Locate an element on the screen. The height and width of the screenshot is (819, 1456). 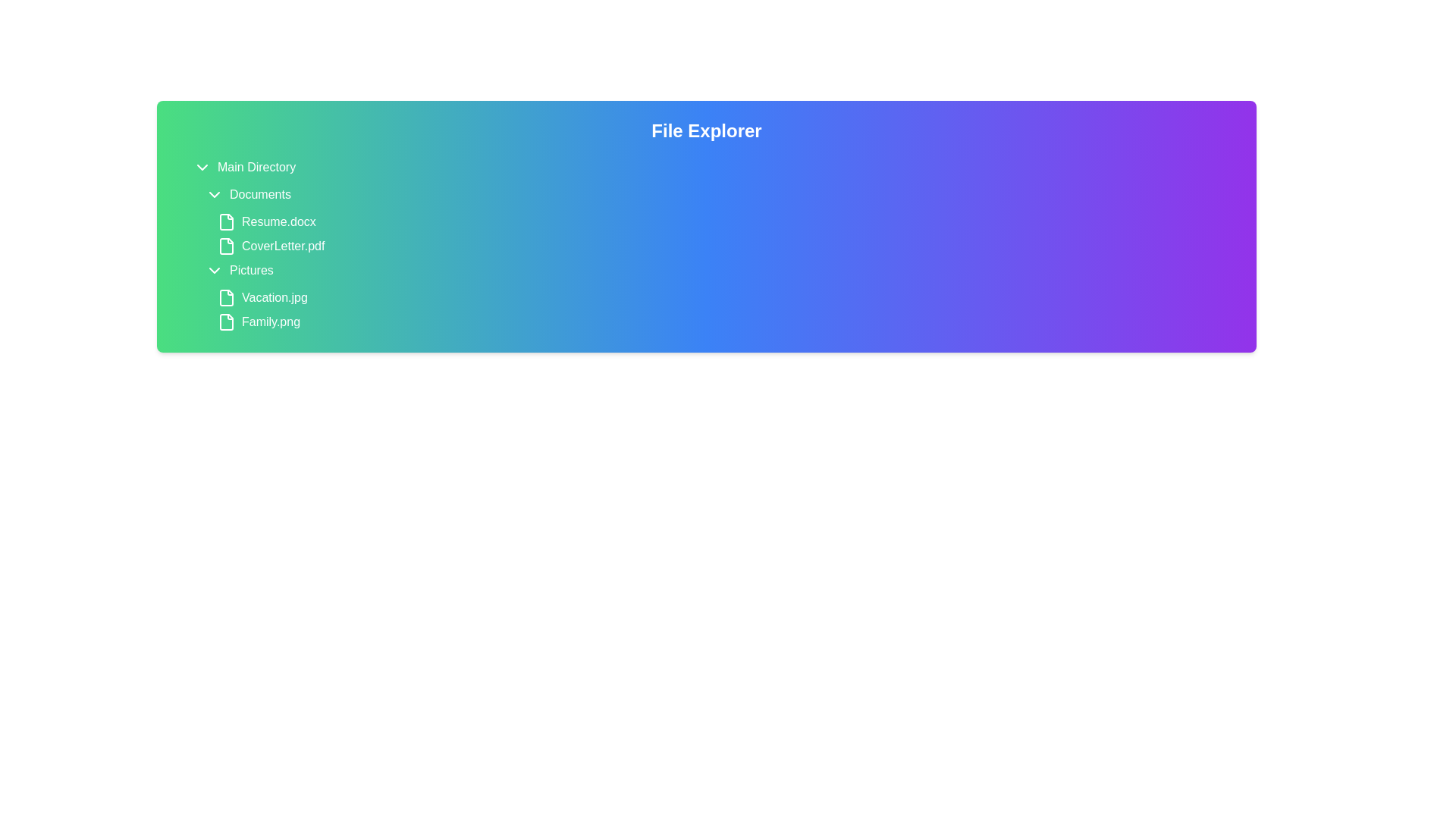
the downward-pointing chevron icon, which is styled with a stroke line in white against a green background and is located to the left of the text 'Documents' in a collapsible menu section is located at coordinates (214, 194).